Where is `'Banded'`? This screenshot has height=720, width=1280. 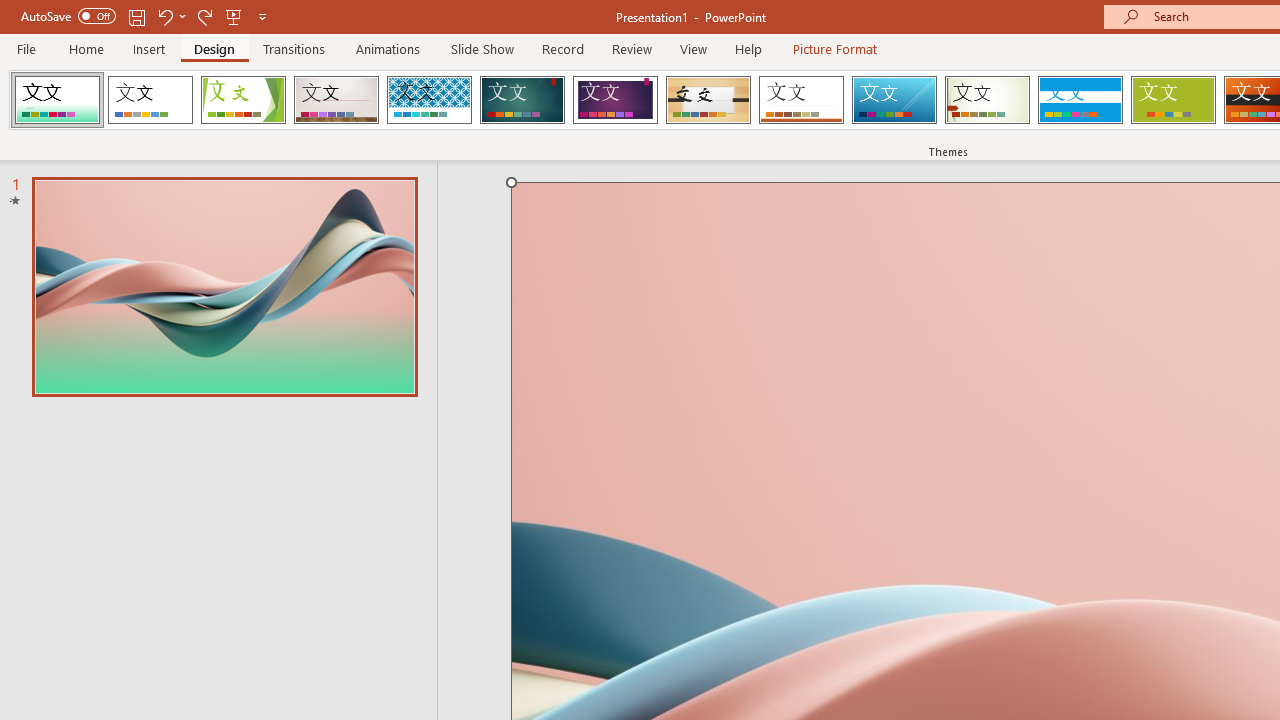 'Banded' is located at coordinates (1079, 100).